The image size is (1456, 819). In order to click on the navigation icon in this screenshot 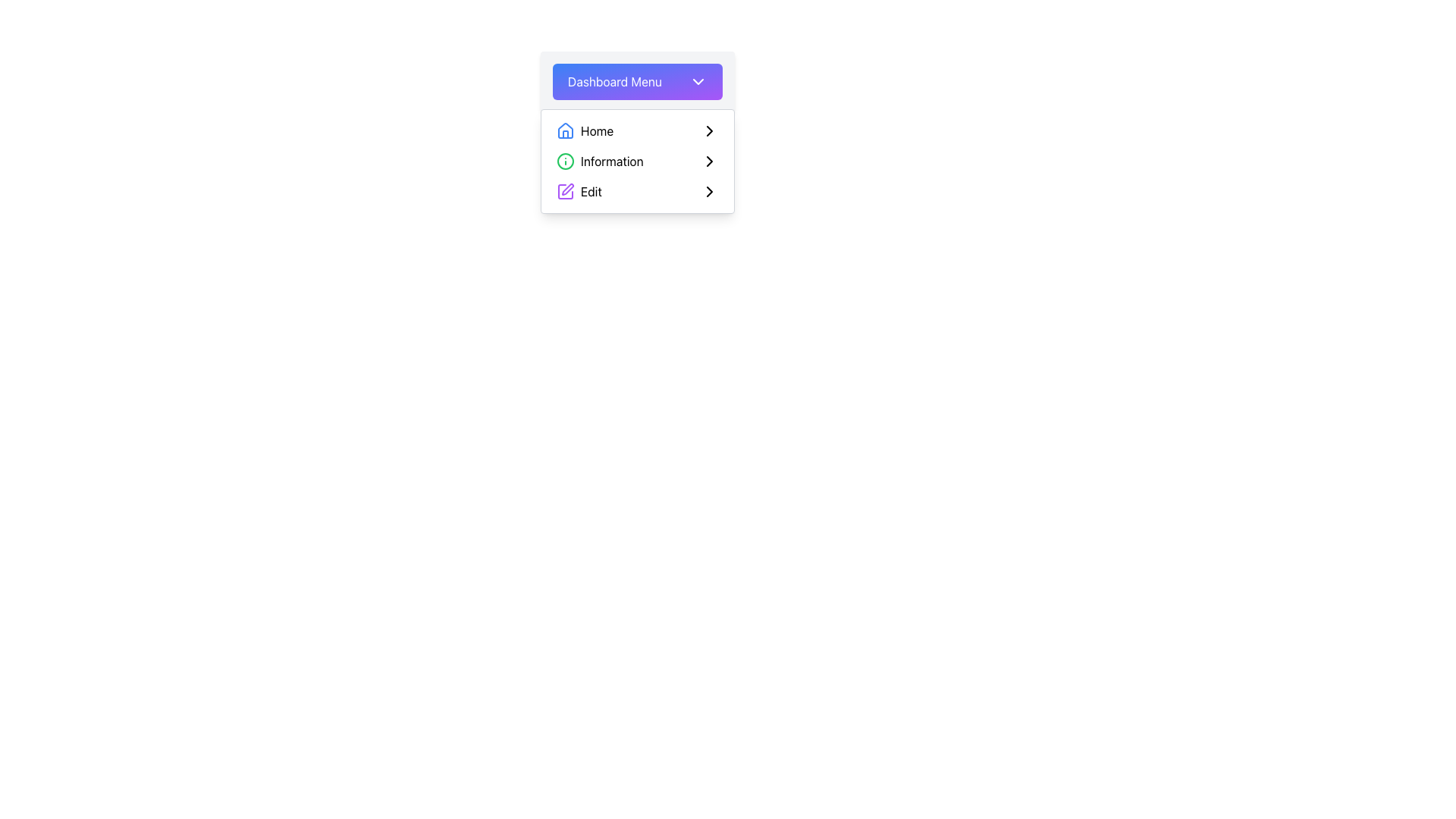, I will do `click(709, 161)`.